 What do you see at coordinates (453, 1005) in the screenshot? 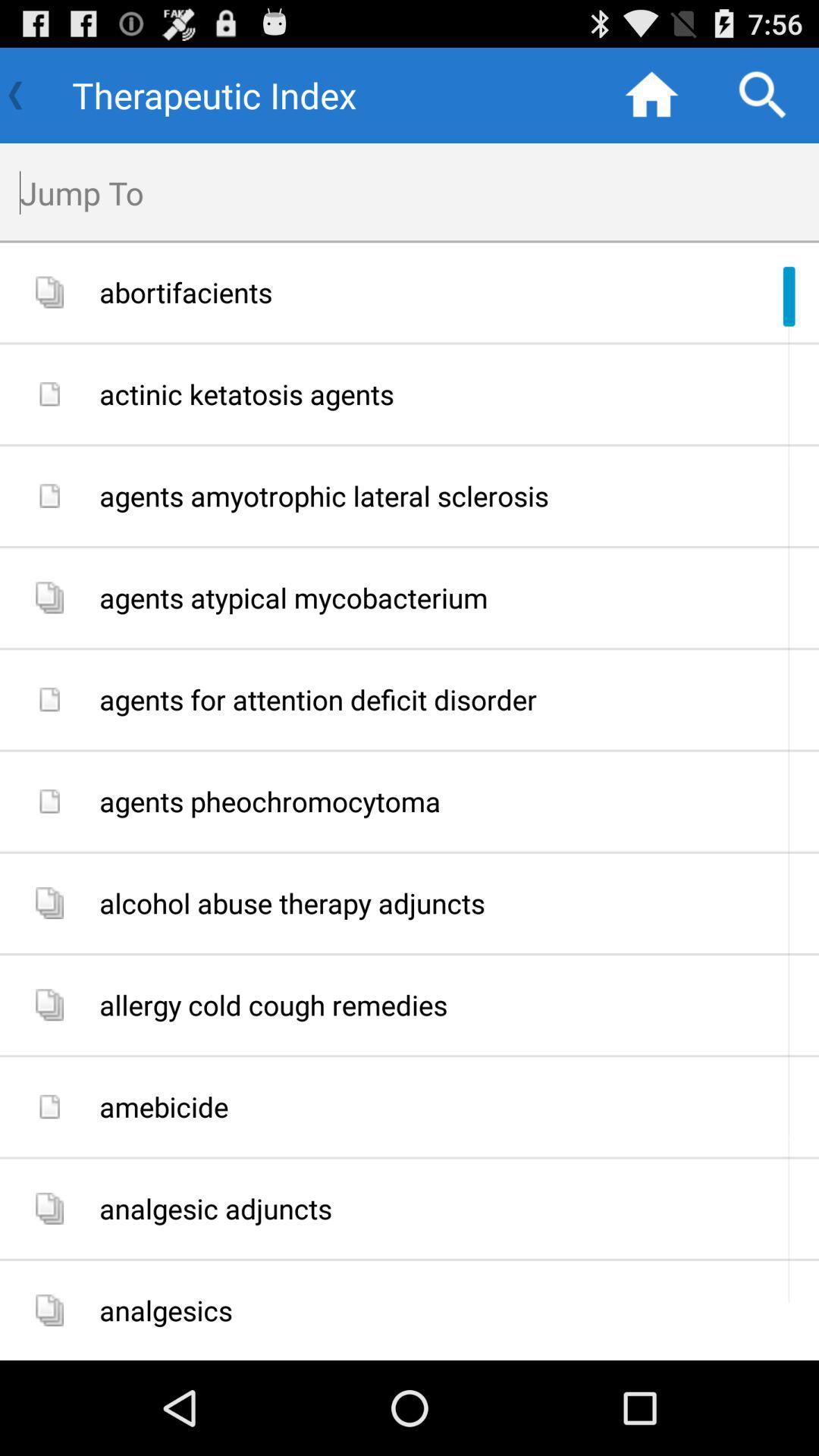
I see `icon below the alcohol abuse therapy` at bounding box center [453, 1005].